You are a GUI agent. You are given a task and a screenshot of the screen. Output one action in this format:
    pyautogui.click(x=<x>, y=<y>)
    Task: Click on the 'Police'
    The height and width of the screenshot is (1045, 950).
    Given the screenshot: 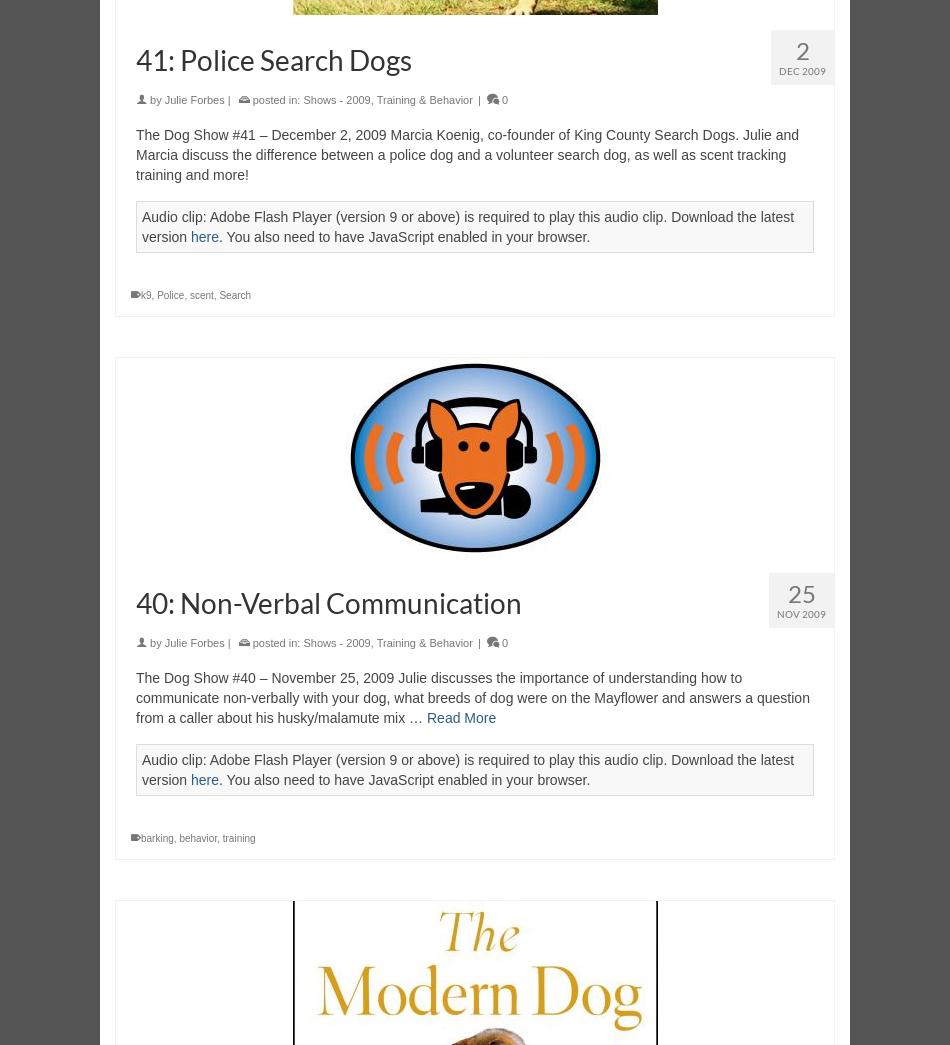 What is the action you would take?
    pyautogui.click(x=170, y=295)
    